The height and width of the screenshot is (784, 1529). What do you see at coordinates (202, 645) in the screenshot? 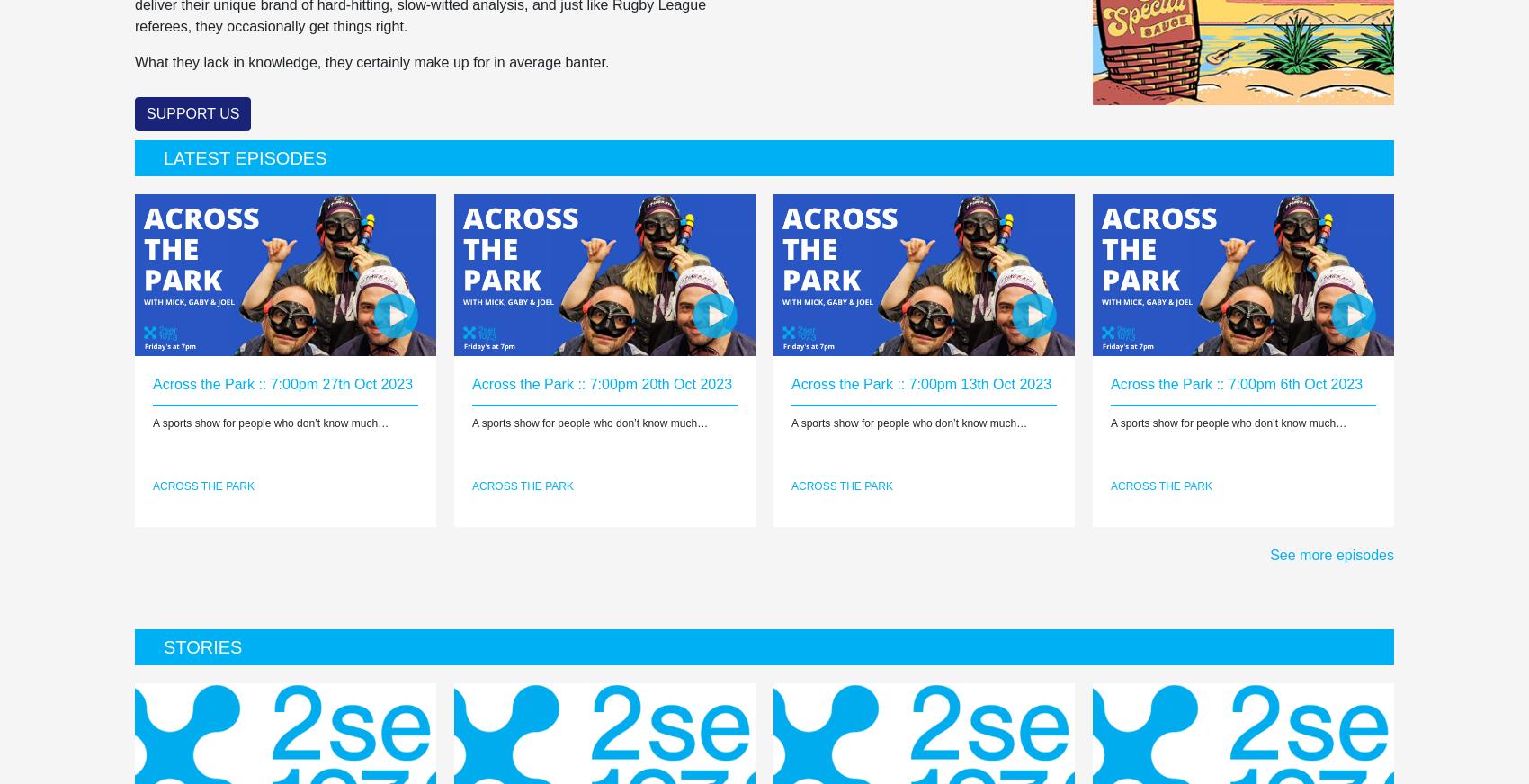
I see `'Stories'` at bounding box center [202, 645].